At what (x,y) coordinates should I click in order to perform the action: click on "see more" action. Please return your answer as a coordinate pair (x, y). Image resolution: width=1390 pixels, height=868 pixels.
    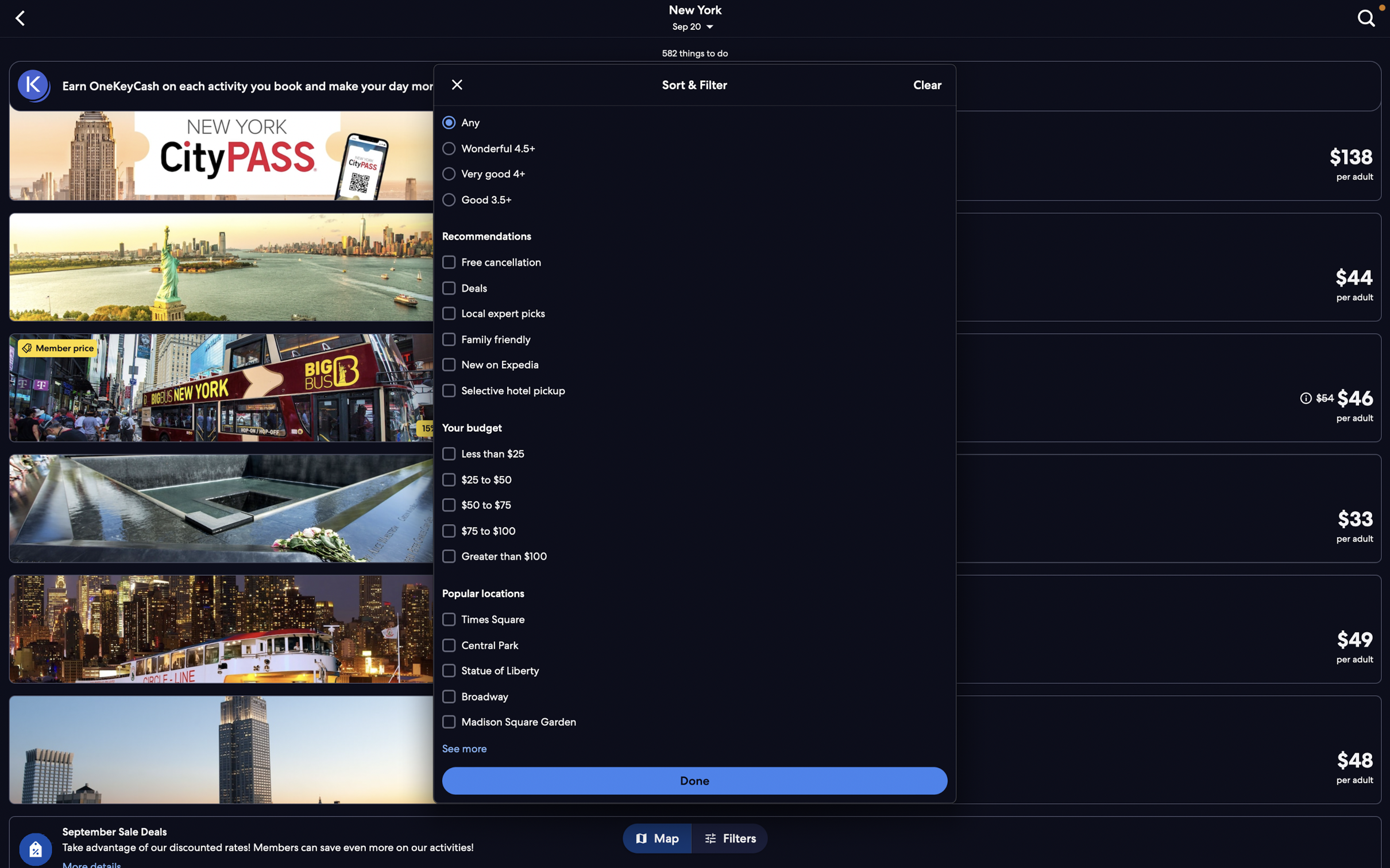
    Looking at the image, I should click on (464, 749).